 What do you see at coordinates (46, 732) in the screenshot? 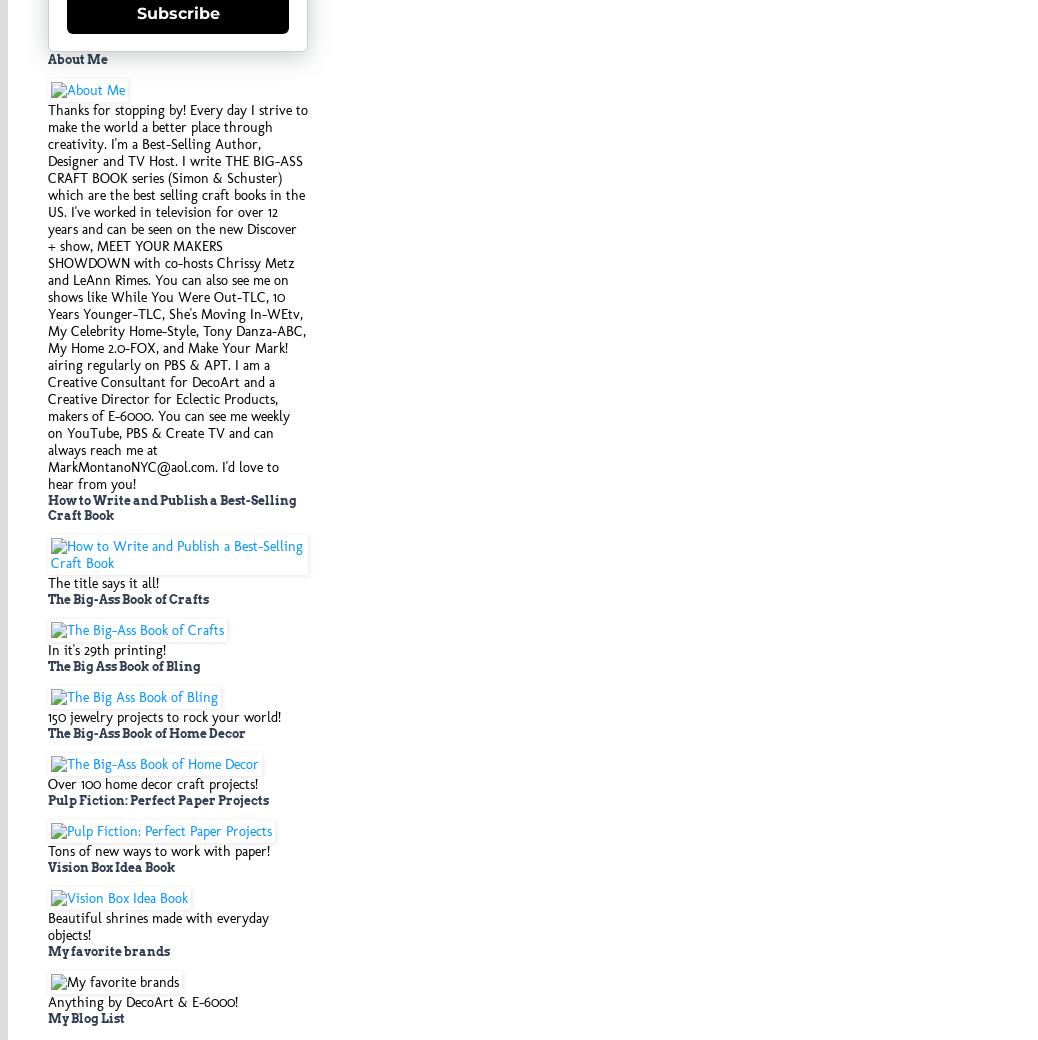
I see `'The Big-Ass Book of Home Decor'` at bounding box center [46, 732].